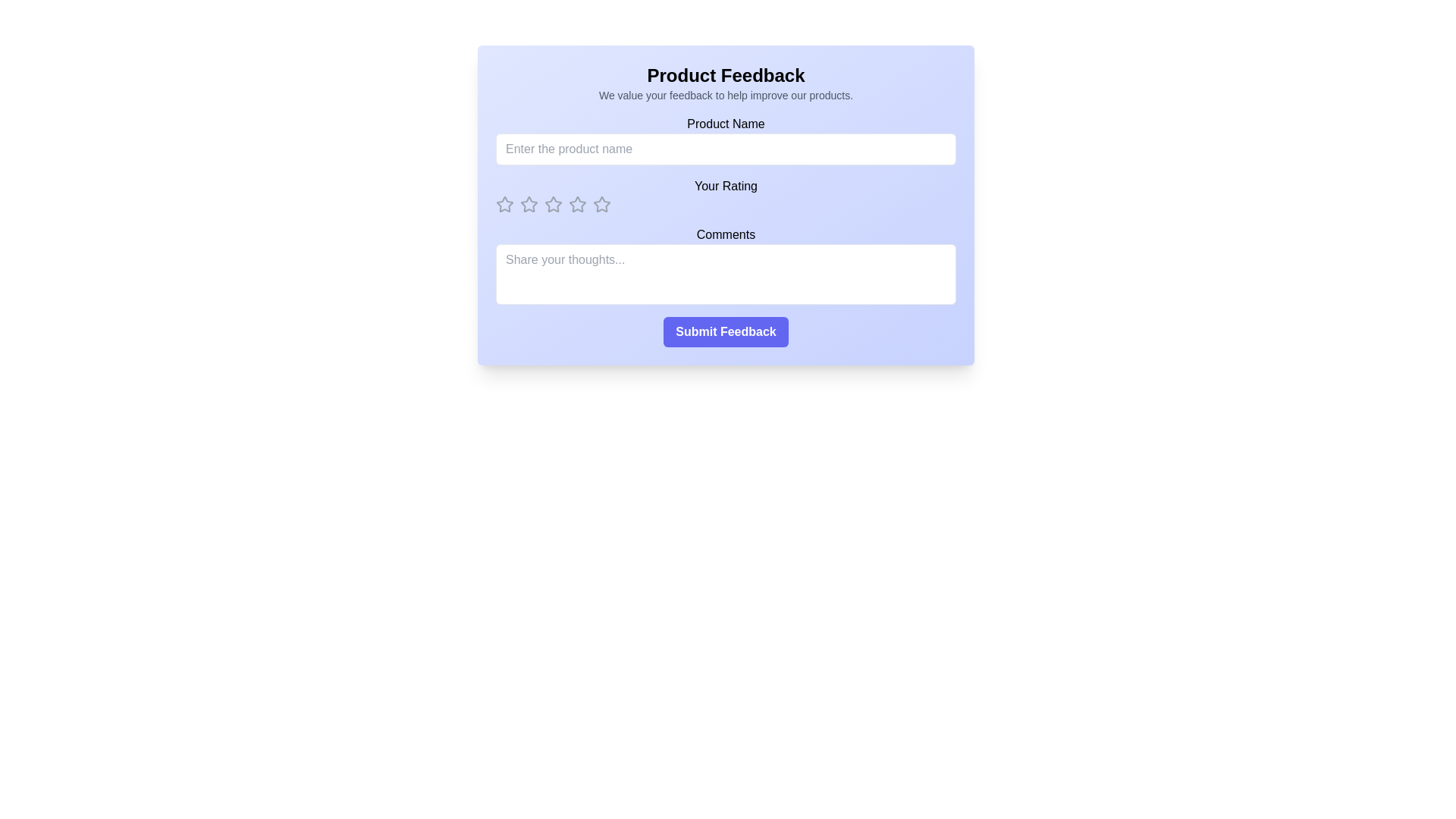 The width and height of the screenshot is (1456, 819). Describe the element at coordinates (725, 186) in the screenshot. I see `the text label displaying 'Your Rating', which is styled in medium font size and bold weight, located beneath the 'Product Name' input area and above the star rating icons` at that location.